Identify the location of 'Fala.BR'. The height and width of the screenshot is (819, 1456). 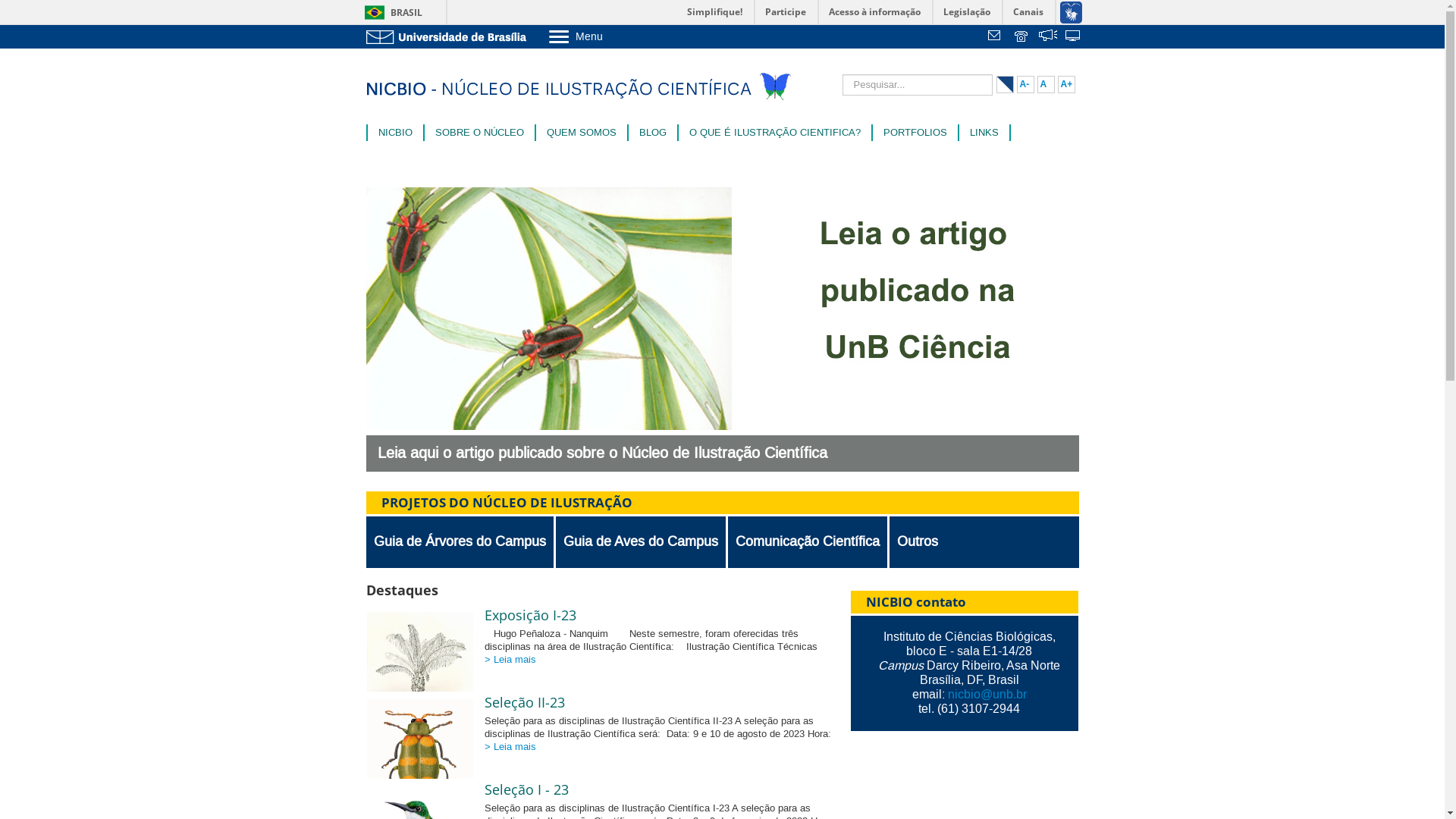
(1037, 36).